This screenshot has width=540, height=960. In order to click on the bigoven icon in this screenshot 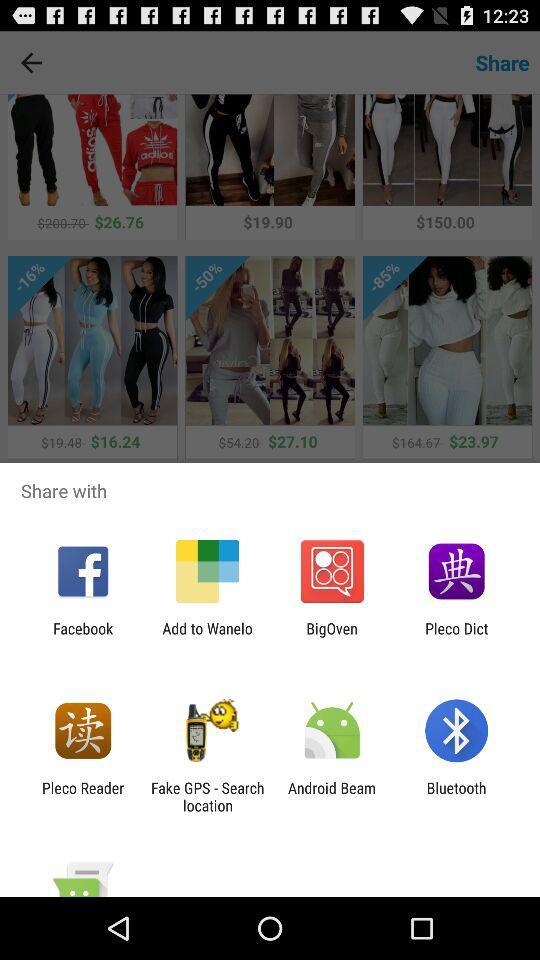, I will do `click(332, 636)`.